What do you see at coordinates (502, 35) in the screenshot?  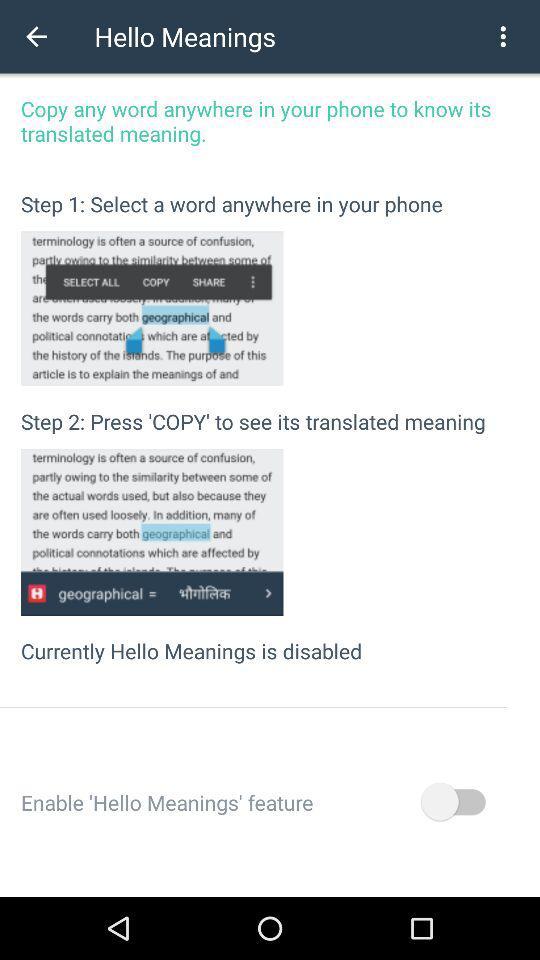 I see `additional setting options` at bounding box center [502, 35].